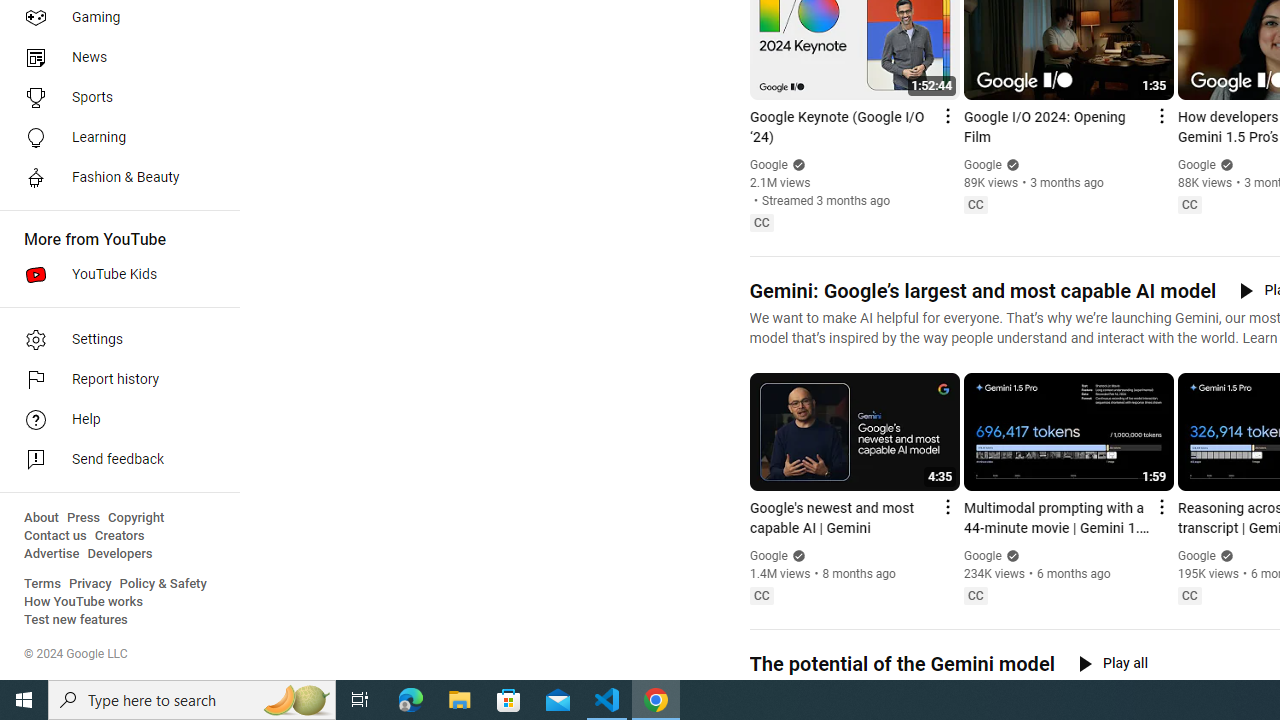 The width and height of the screenshot is (1280, 720). I want to click on 'News', so click(112, 56).